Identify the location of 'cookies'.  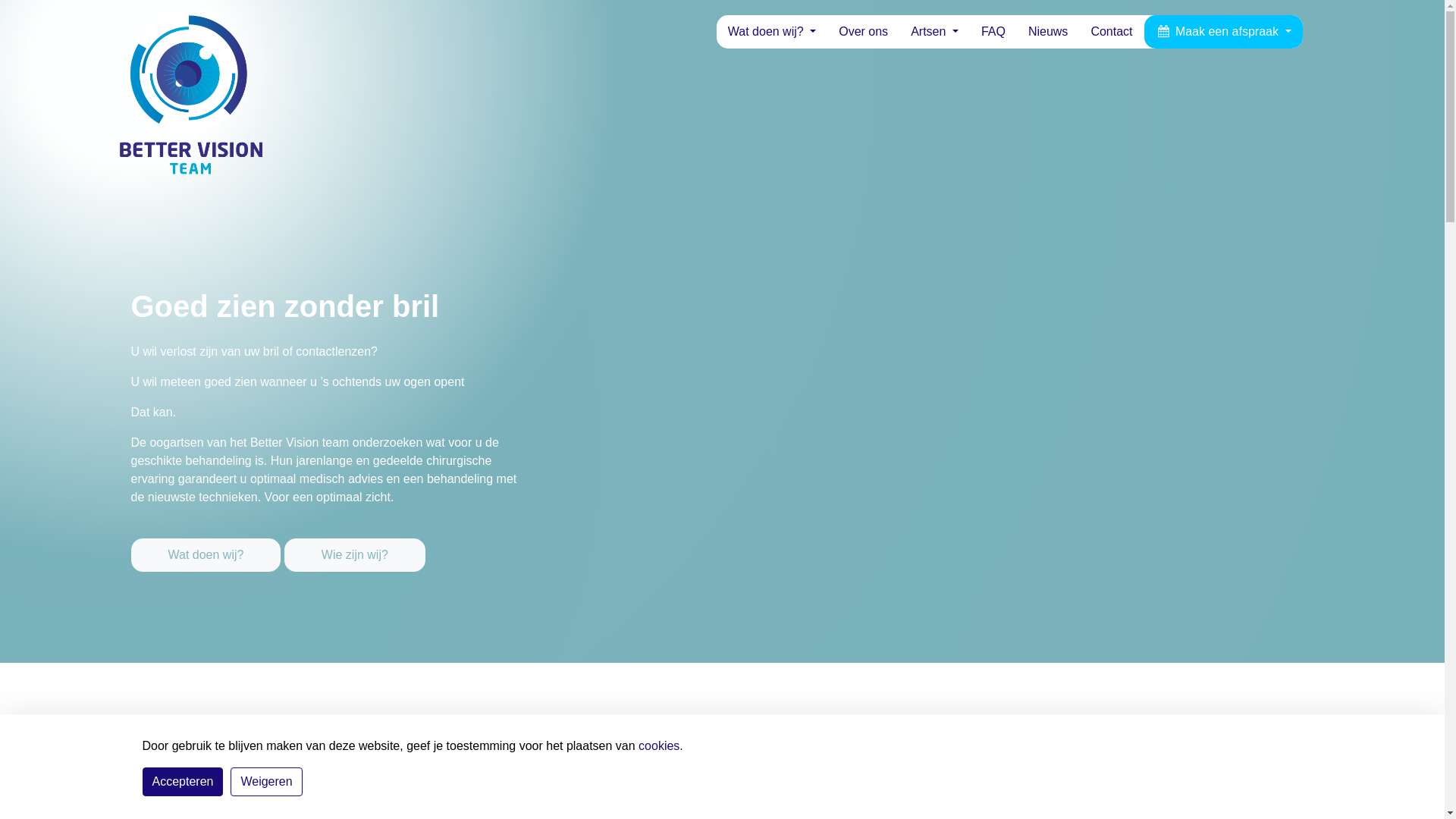
(658, 745).